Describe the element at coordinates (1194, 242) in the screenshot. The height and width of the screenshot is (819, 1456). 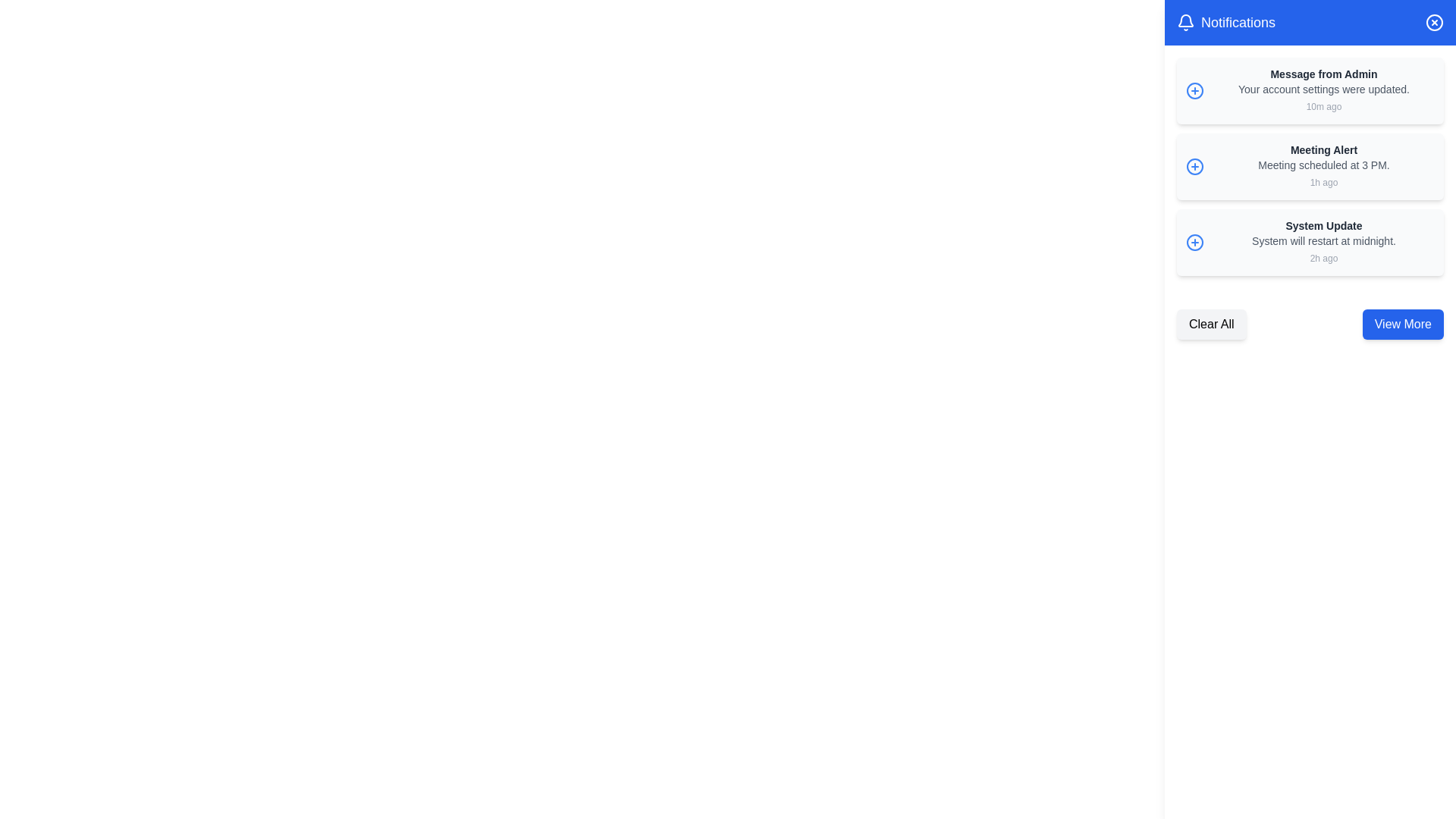
I see `the circular part of the plus icon in the third notification item in the sidebar, which has a blue outline and no fill` at that location.